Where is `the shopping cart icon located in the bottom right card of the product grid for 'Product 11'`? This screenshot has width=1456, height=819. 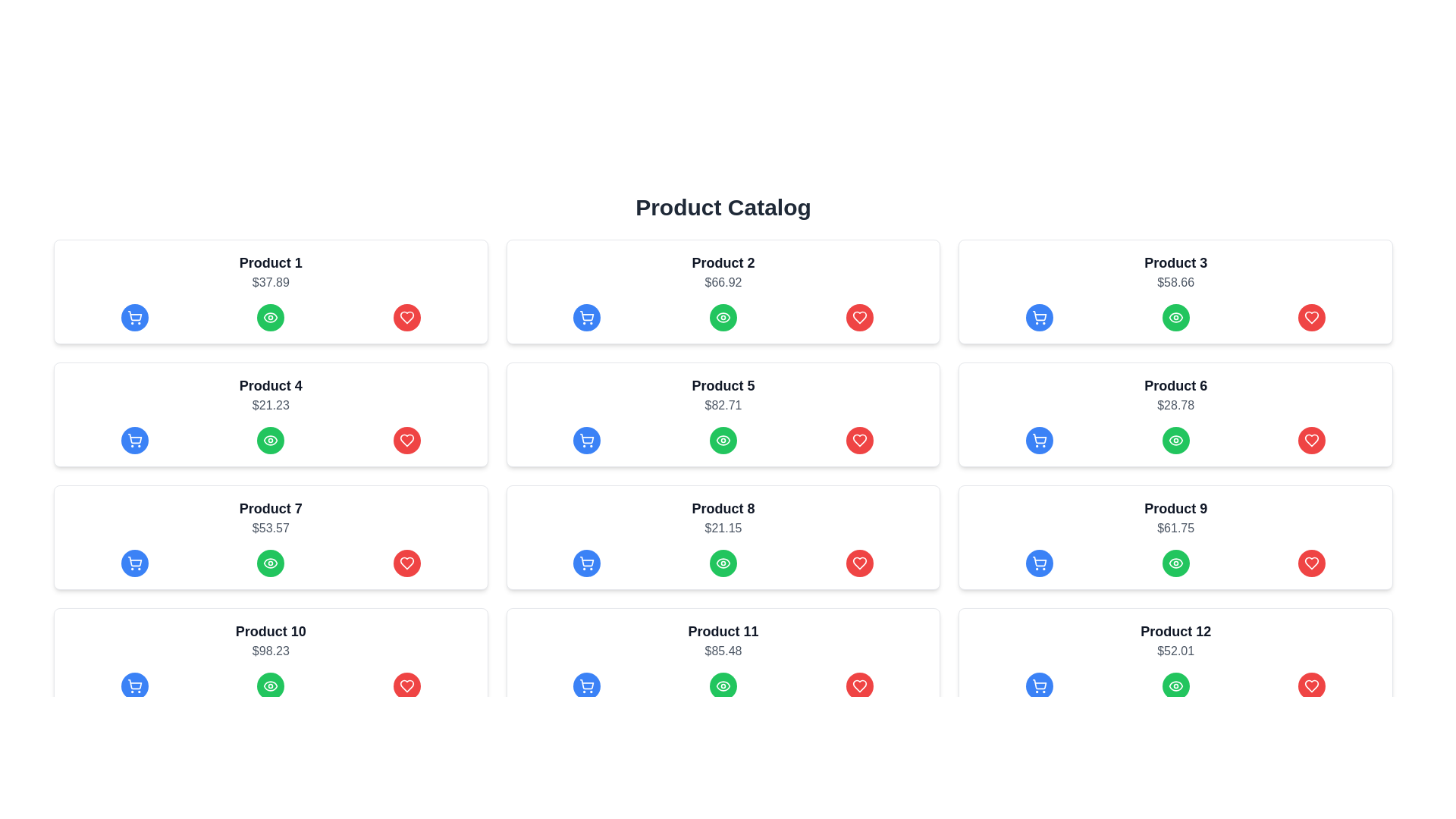 the shopping cart icon located in the bottom right card of the product grid for 'Product 11' is located at coordinates (586, 686).